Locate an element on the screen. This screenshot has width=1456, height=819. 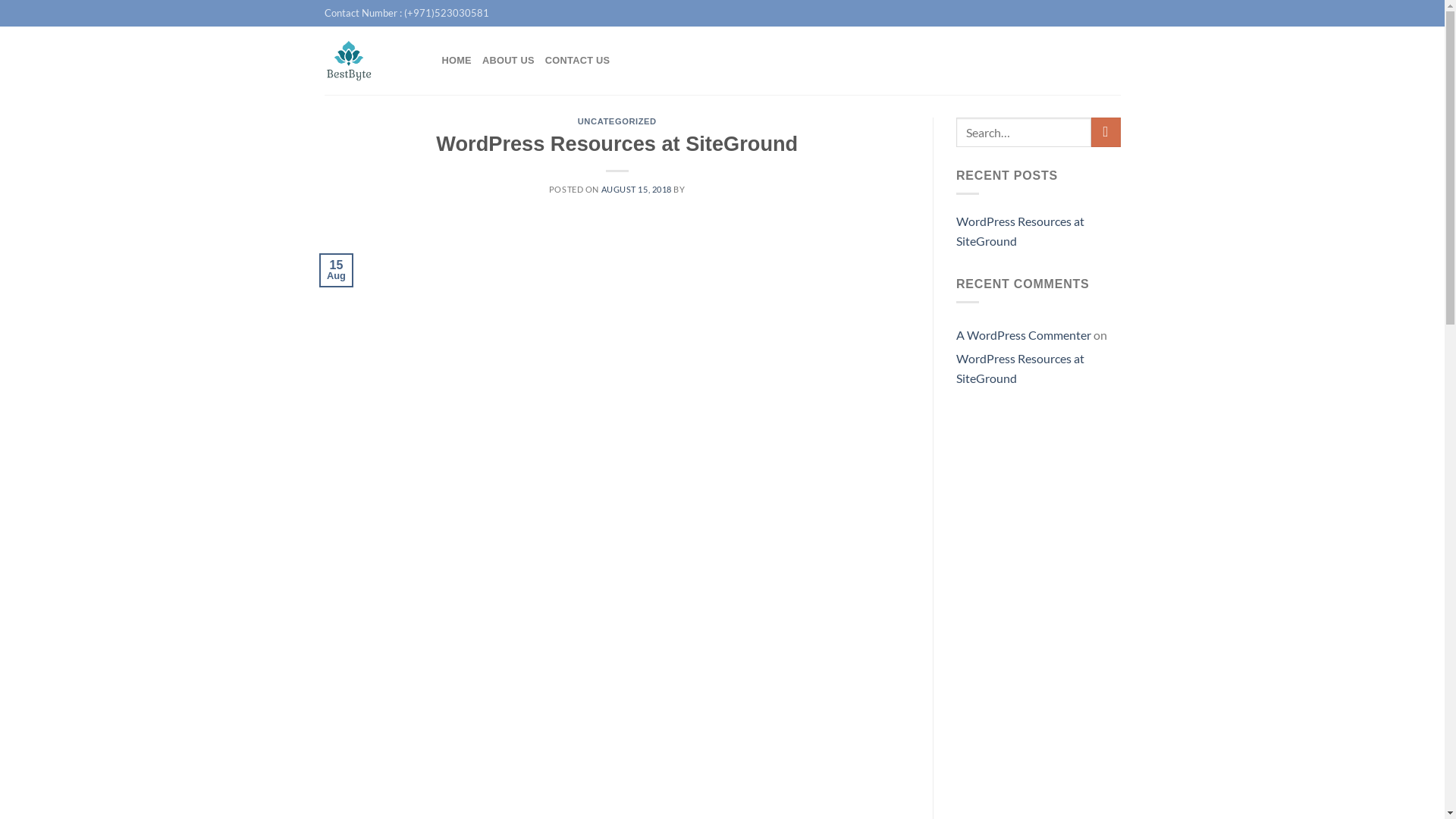
'CONTACT US' is located at coordinates (577, 60).